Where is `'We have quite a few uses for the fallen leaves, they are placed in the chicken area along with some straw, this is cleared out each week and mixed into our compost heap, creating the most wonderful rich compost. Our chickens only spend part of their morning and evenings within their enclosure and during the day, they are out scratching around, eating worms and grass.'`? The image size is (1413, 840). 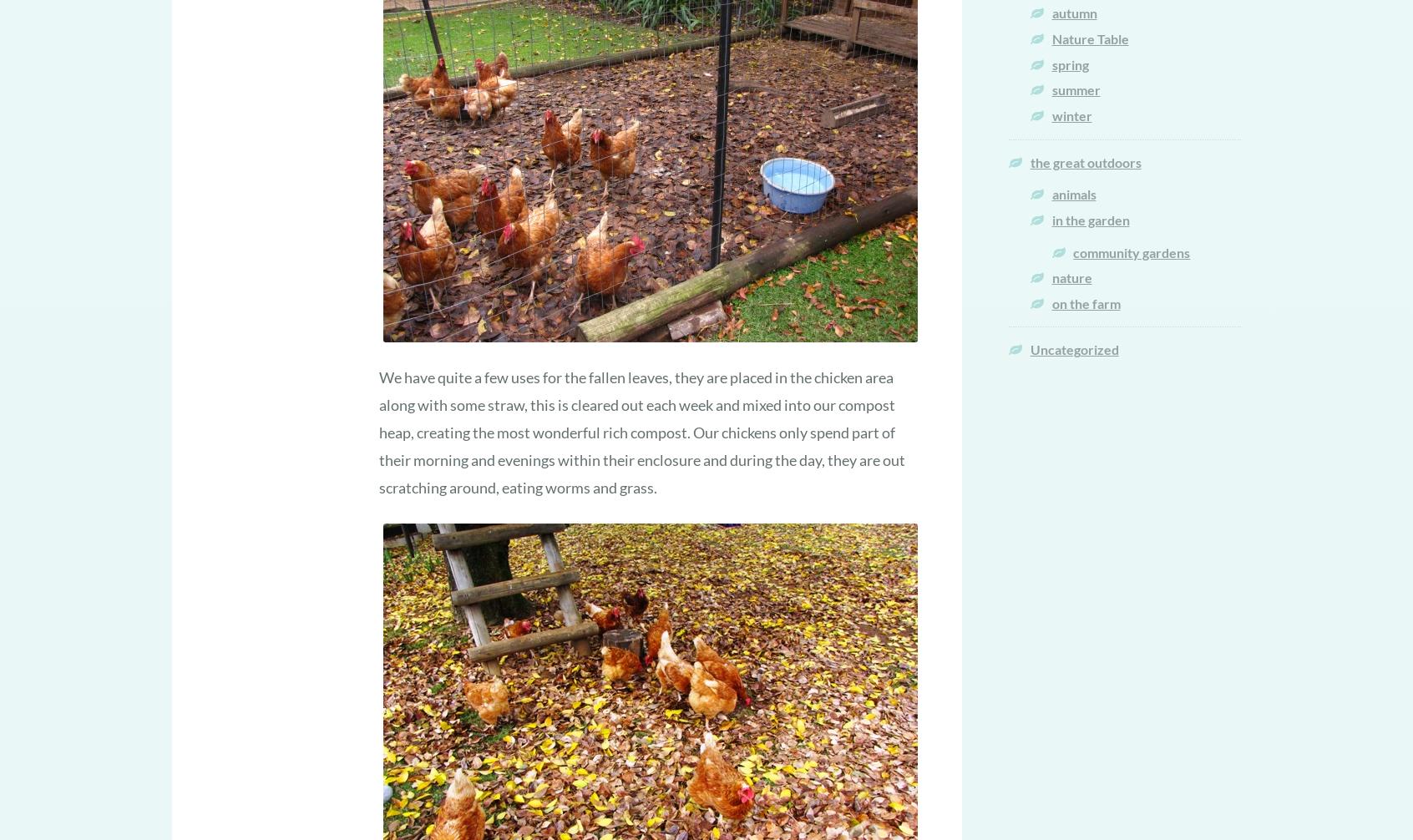
'We have quite a few uses for the fallen leaves, they are placed in the chicken area along with some straw, this is cleared out each week and mixed into our compost heap, creating the most wonderful rich compost. Our chickens only spend part of their morning and evenings within their enclosure and during the day, they are out scratching around, eating worms and grass.' is located at coordinates (641, 432).